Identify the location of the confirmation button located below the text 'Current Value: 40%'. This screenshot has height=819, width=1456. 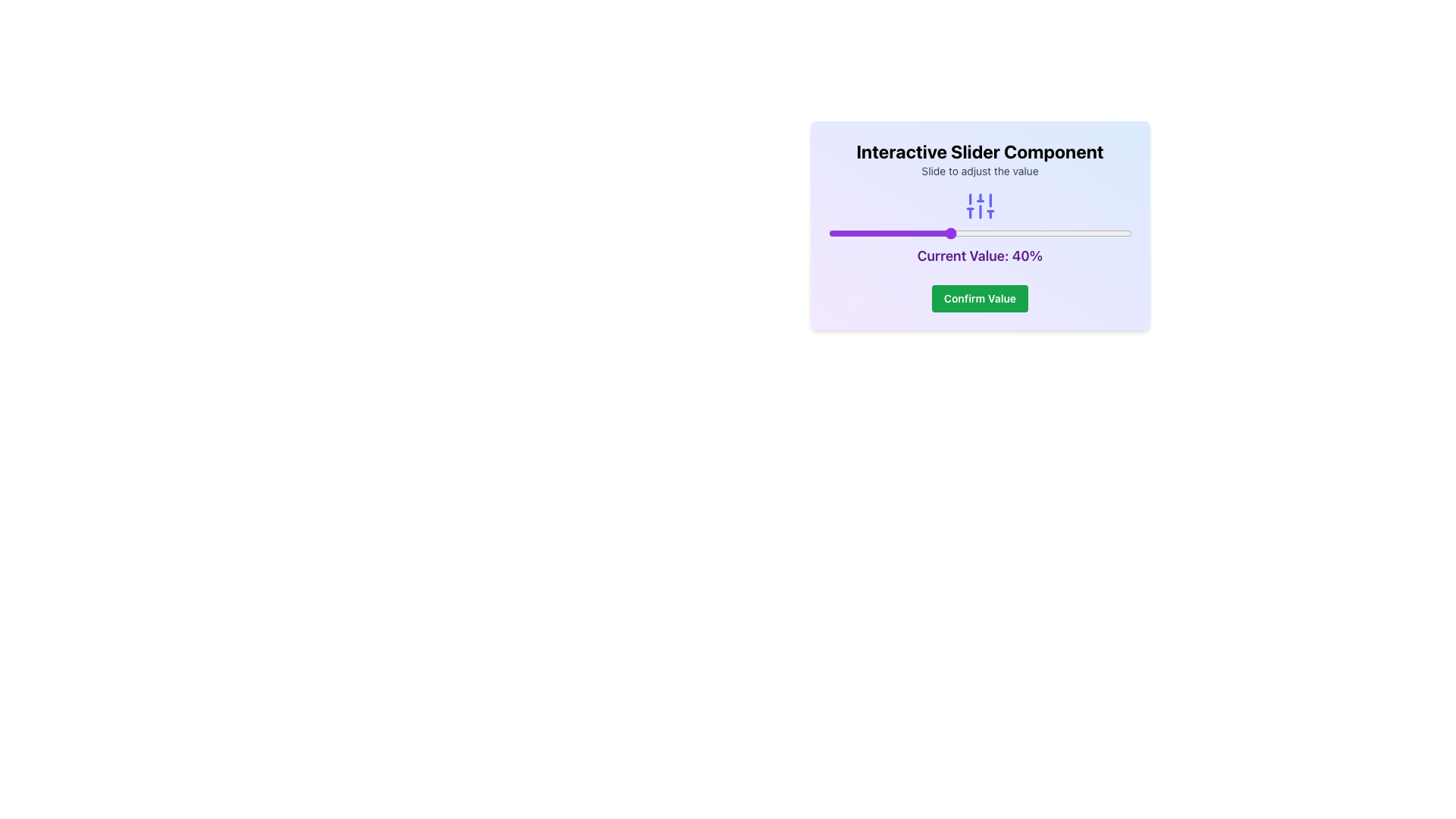
(980, 298).